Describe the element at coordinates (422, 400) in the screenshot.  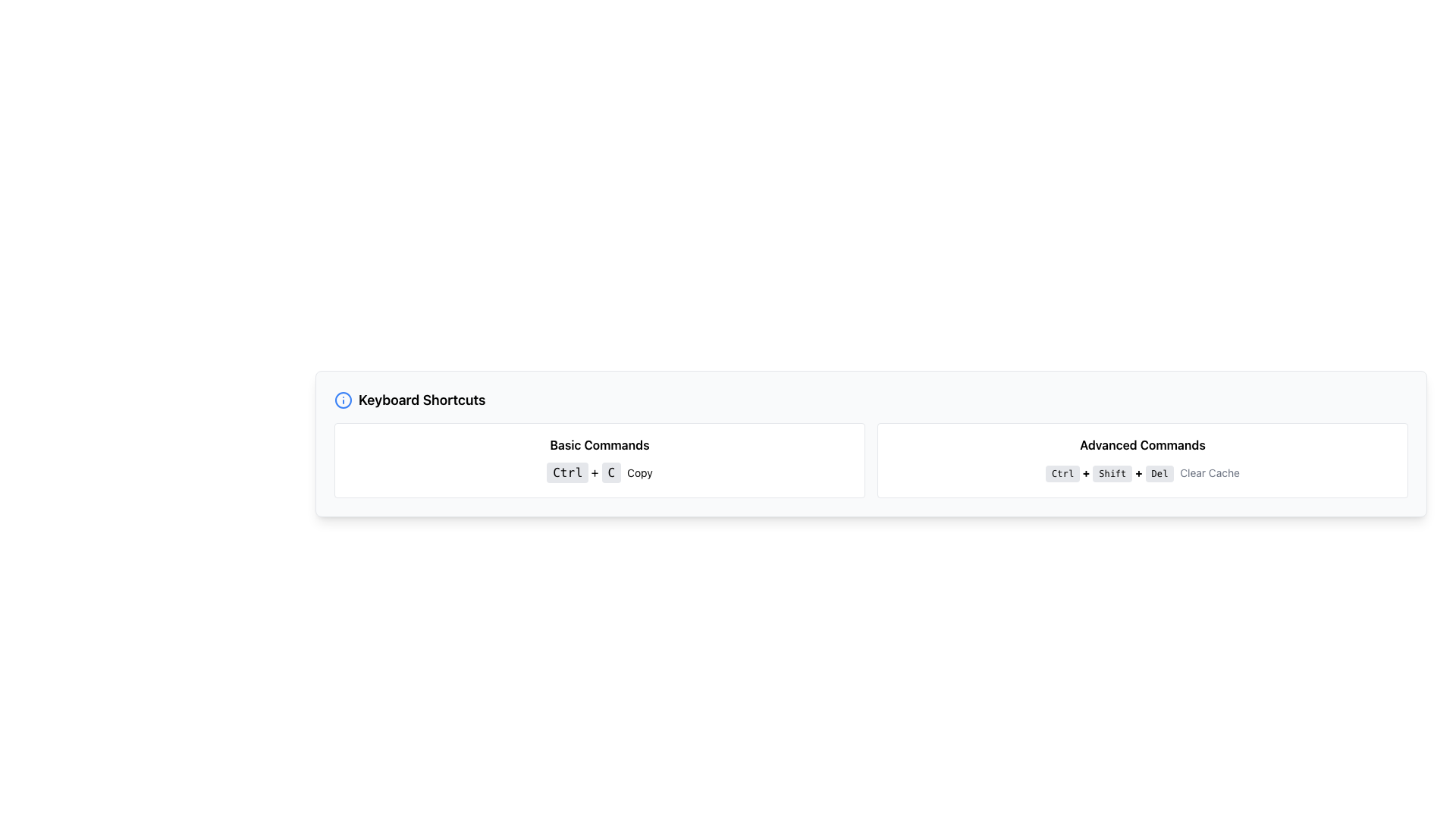
I see `the Text Label that serves as a title or header for the content below it to focus on it` at that location.